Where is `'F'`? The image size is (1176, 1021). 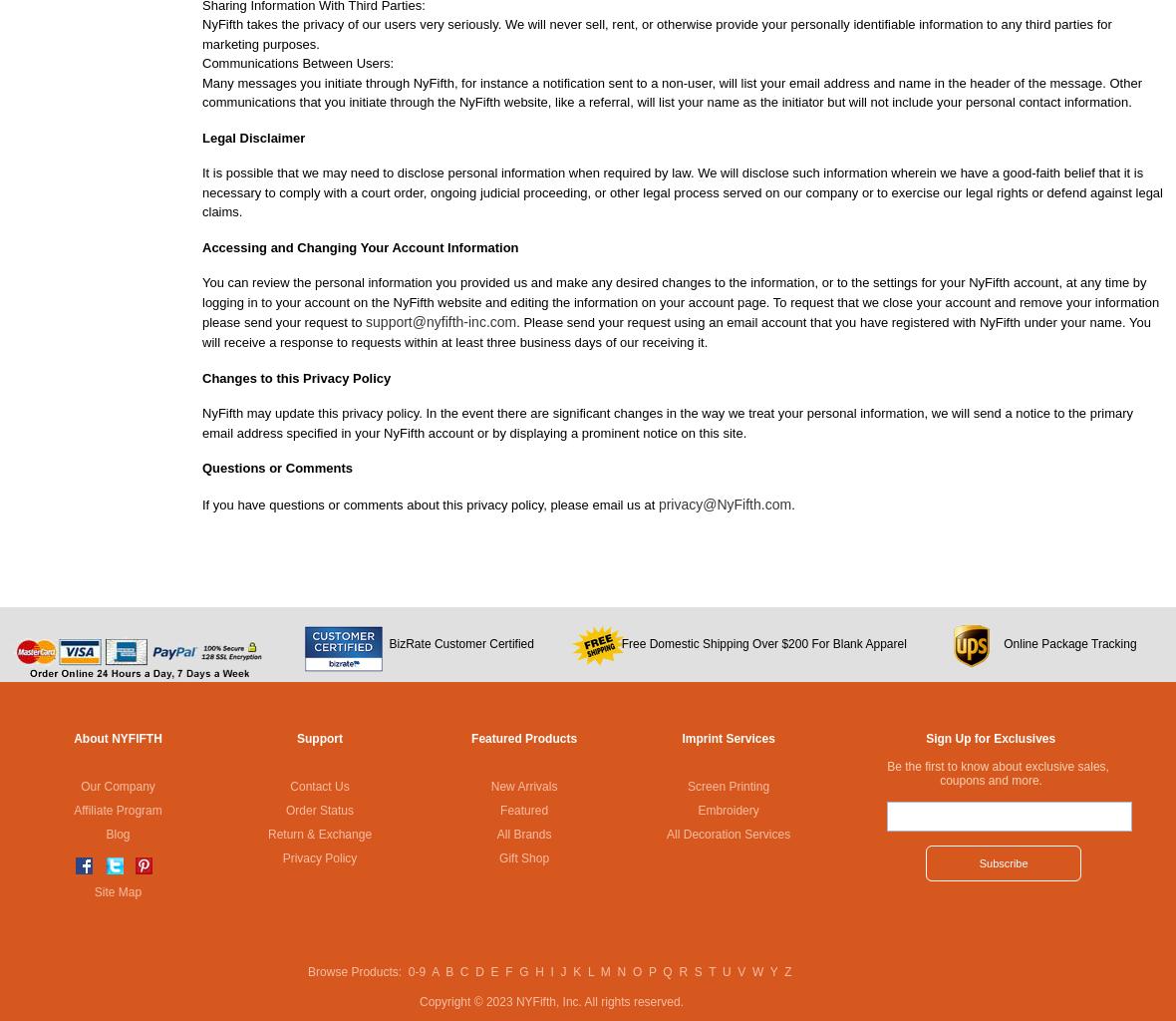
'F' is located at coordinates (508, 971).